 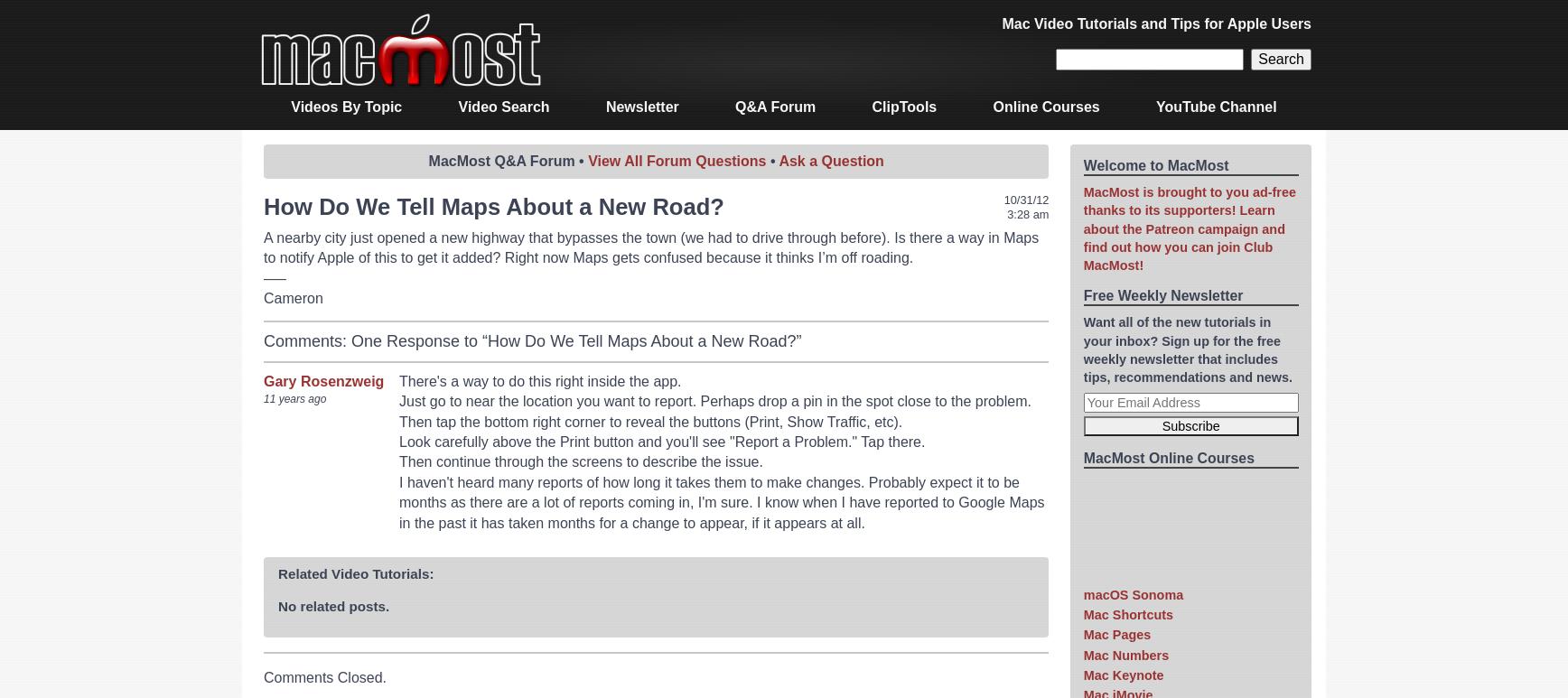 What do you see at coordinates (1125, 654) in the screenshot?
I see `'Mac Numbers'` at bounding box center [1125, 654].